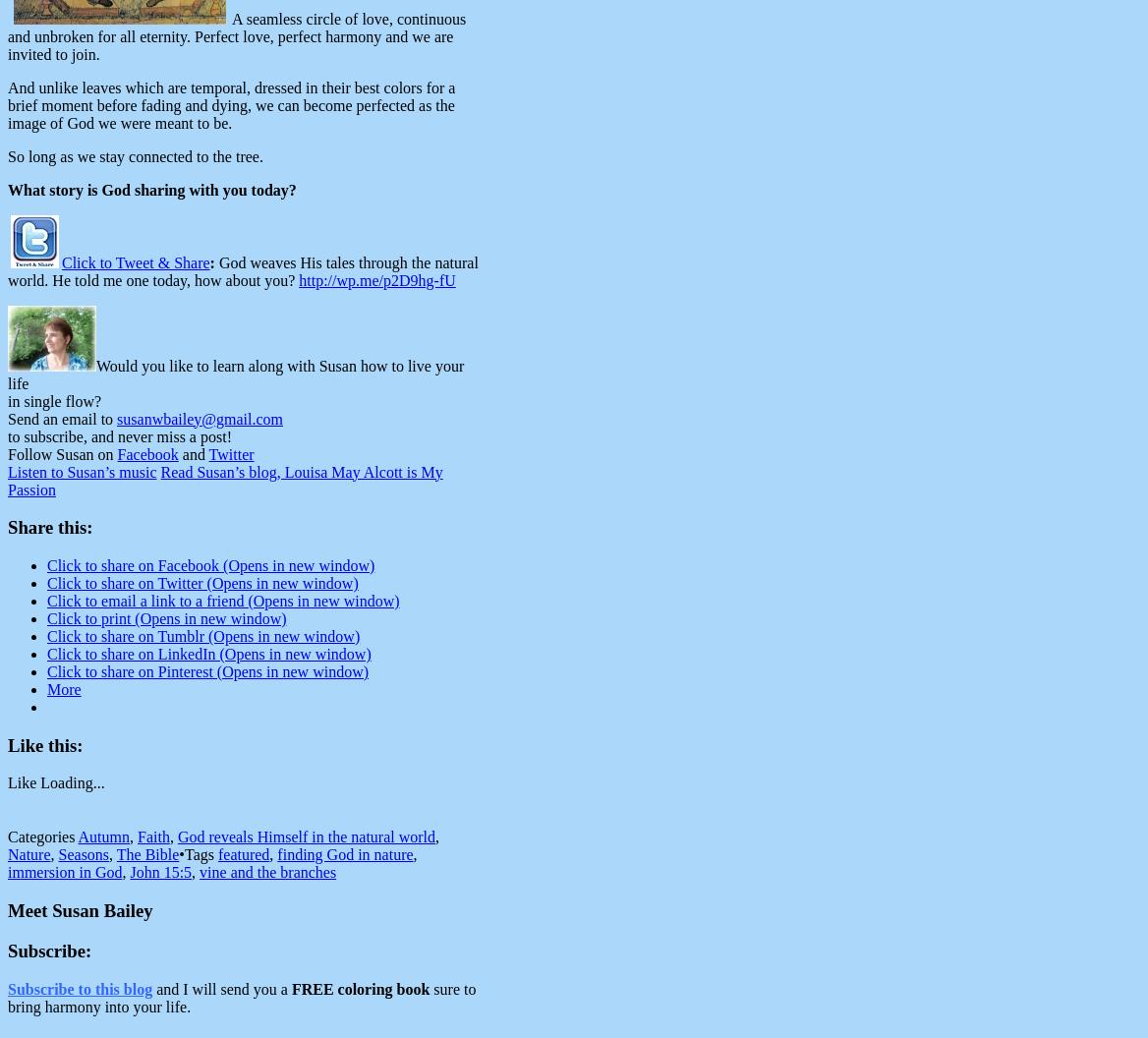  What do you see at coordinates (202, 634) in the screenshot?
I see `'Click to share on Tumblr (Opens in new window)'` at bounding box center [202, 634].